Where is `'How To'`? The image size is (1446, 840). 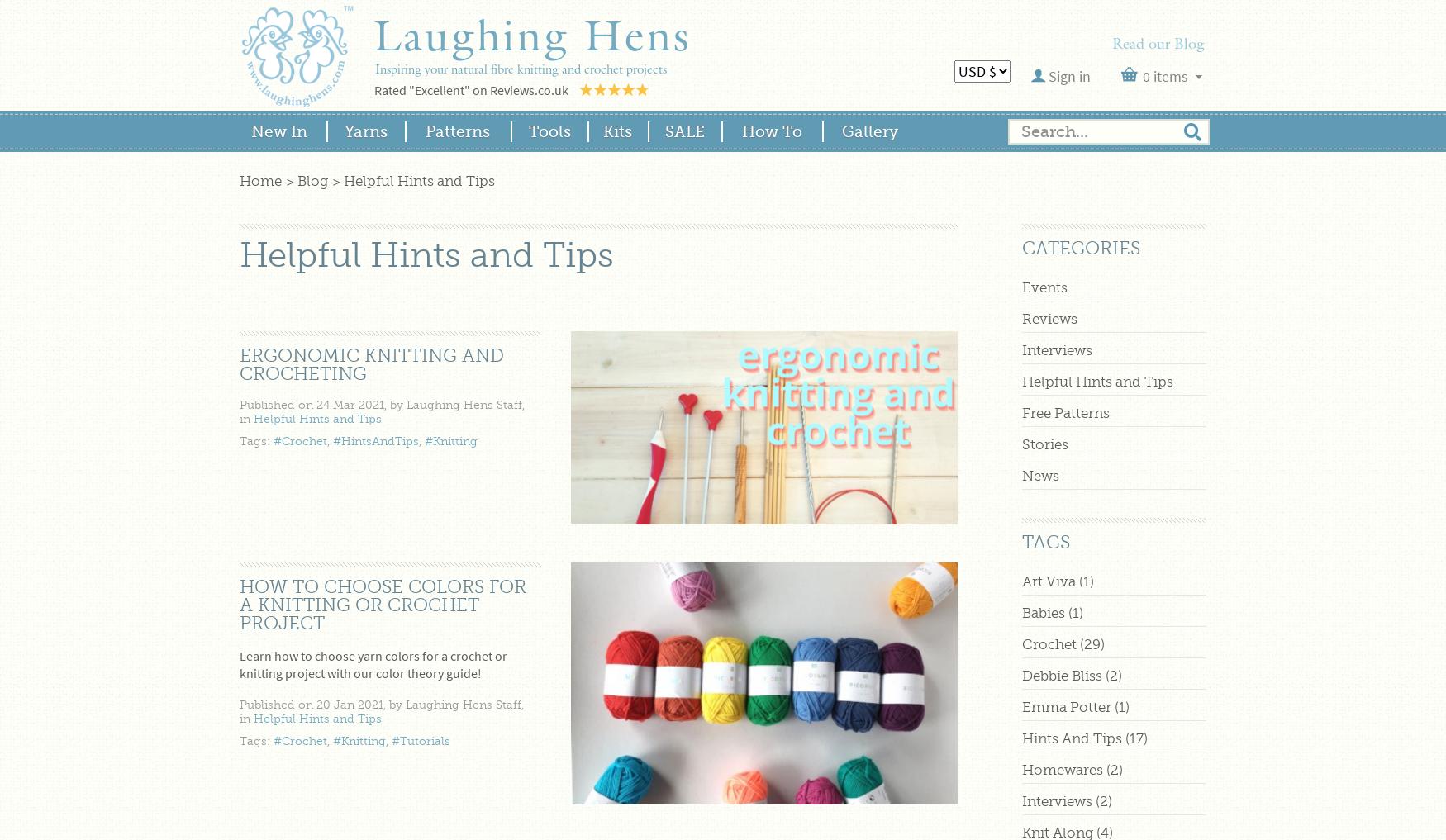 'How To' is located at coordinates (770, 130).